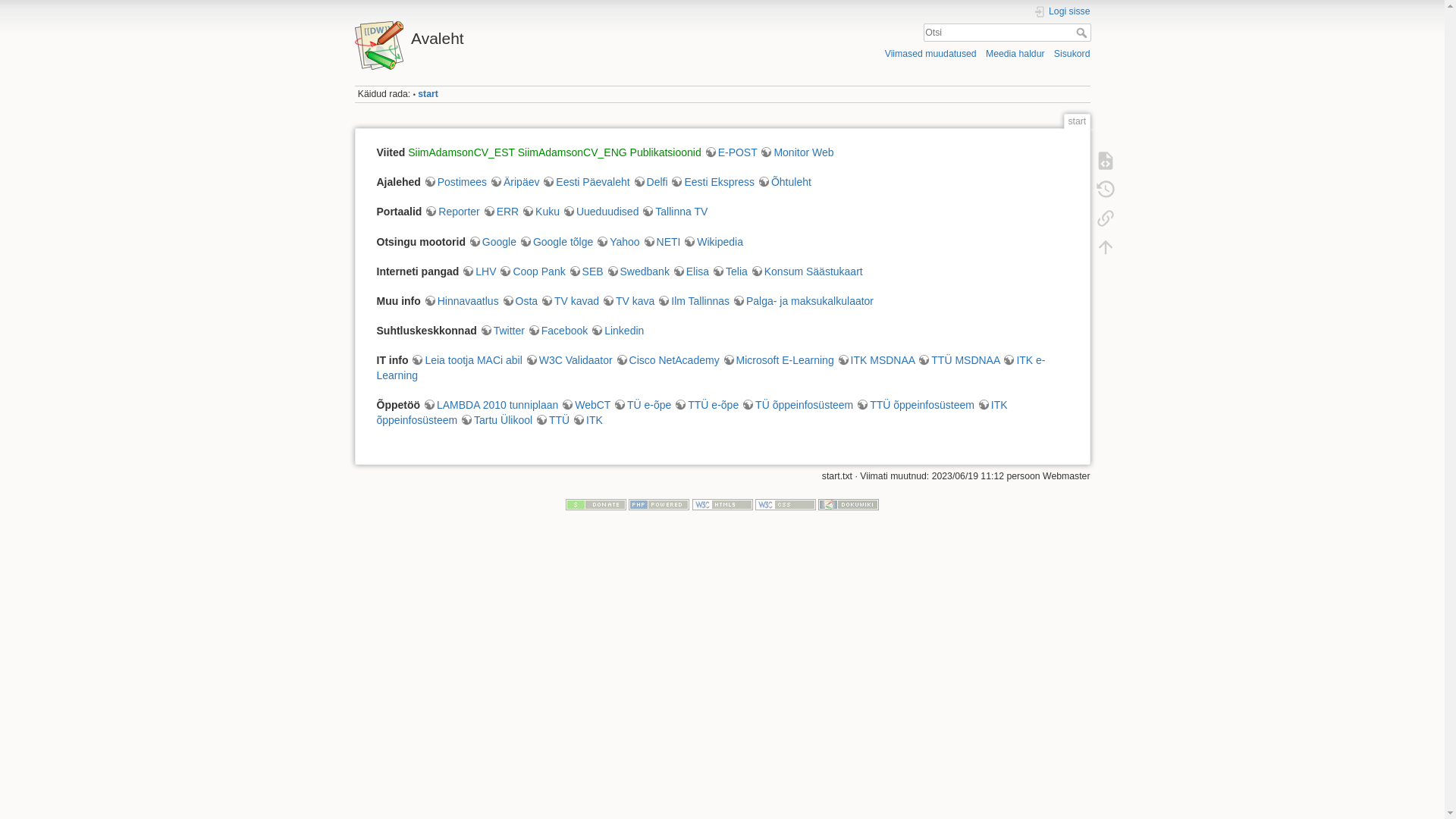  I want to click on 'Eesti Ekspress', so click(669, 180).